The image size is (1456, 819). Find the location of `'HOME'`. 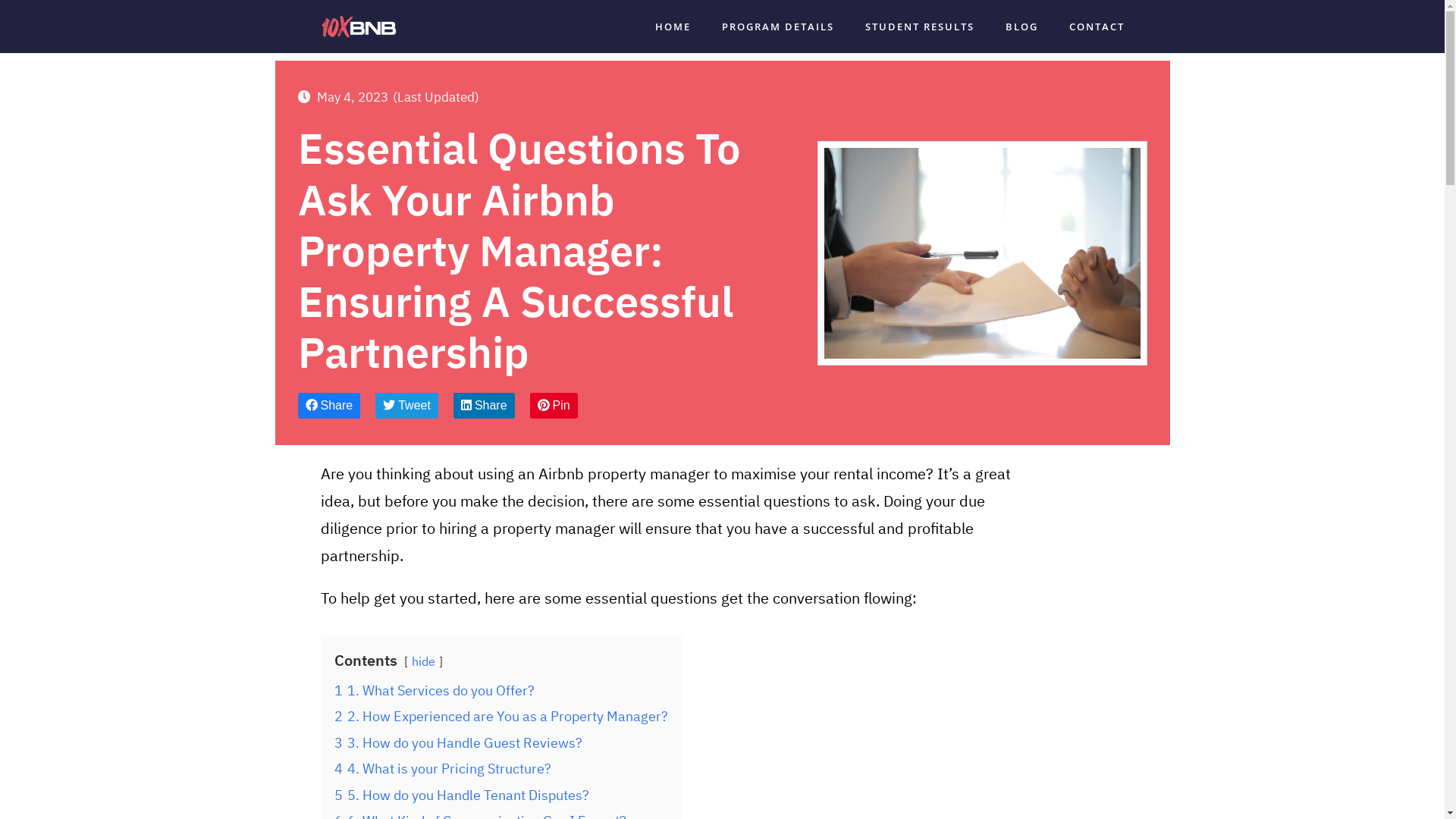

'HOME' is located at coordinates (672, 26).